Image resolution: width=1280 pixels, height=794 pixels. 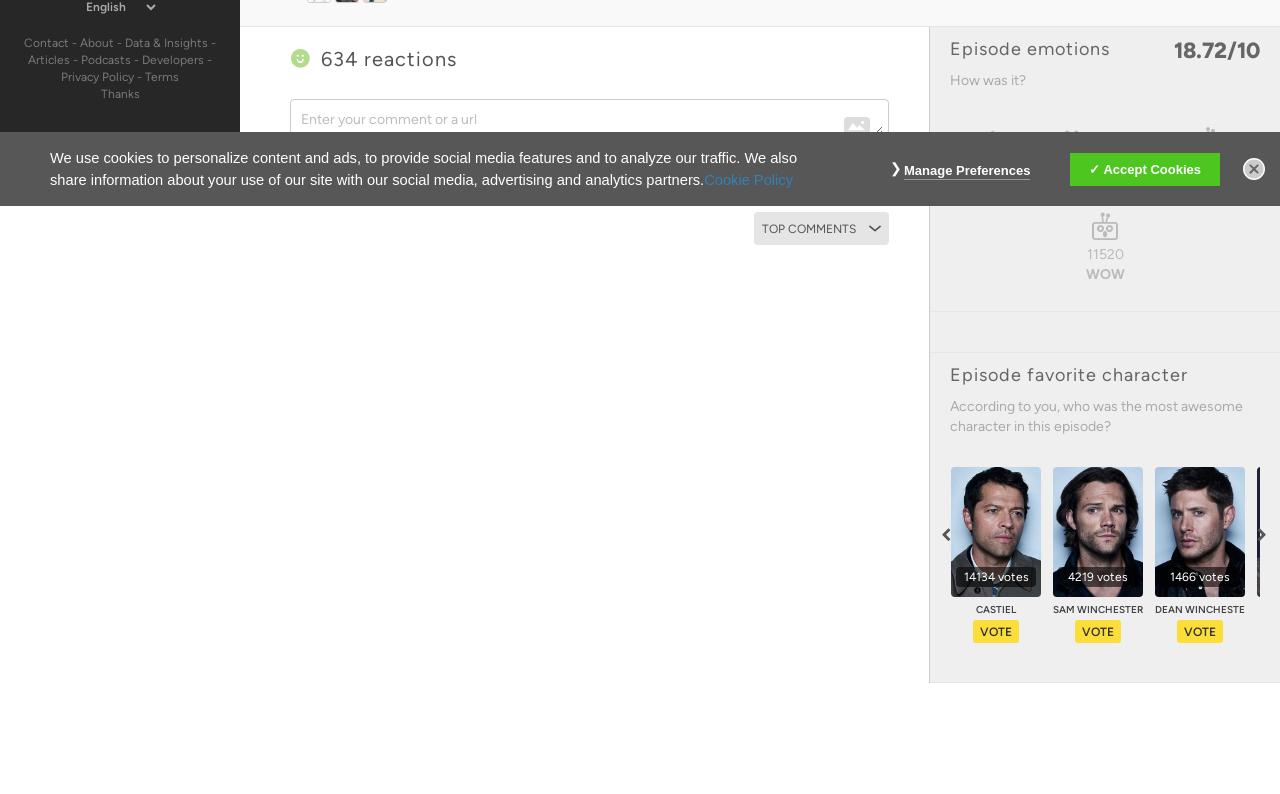 I want to click on '4219 votes', so click(x=1096, y=575).